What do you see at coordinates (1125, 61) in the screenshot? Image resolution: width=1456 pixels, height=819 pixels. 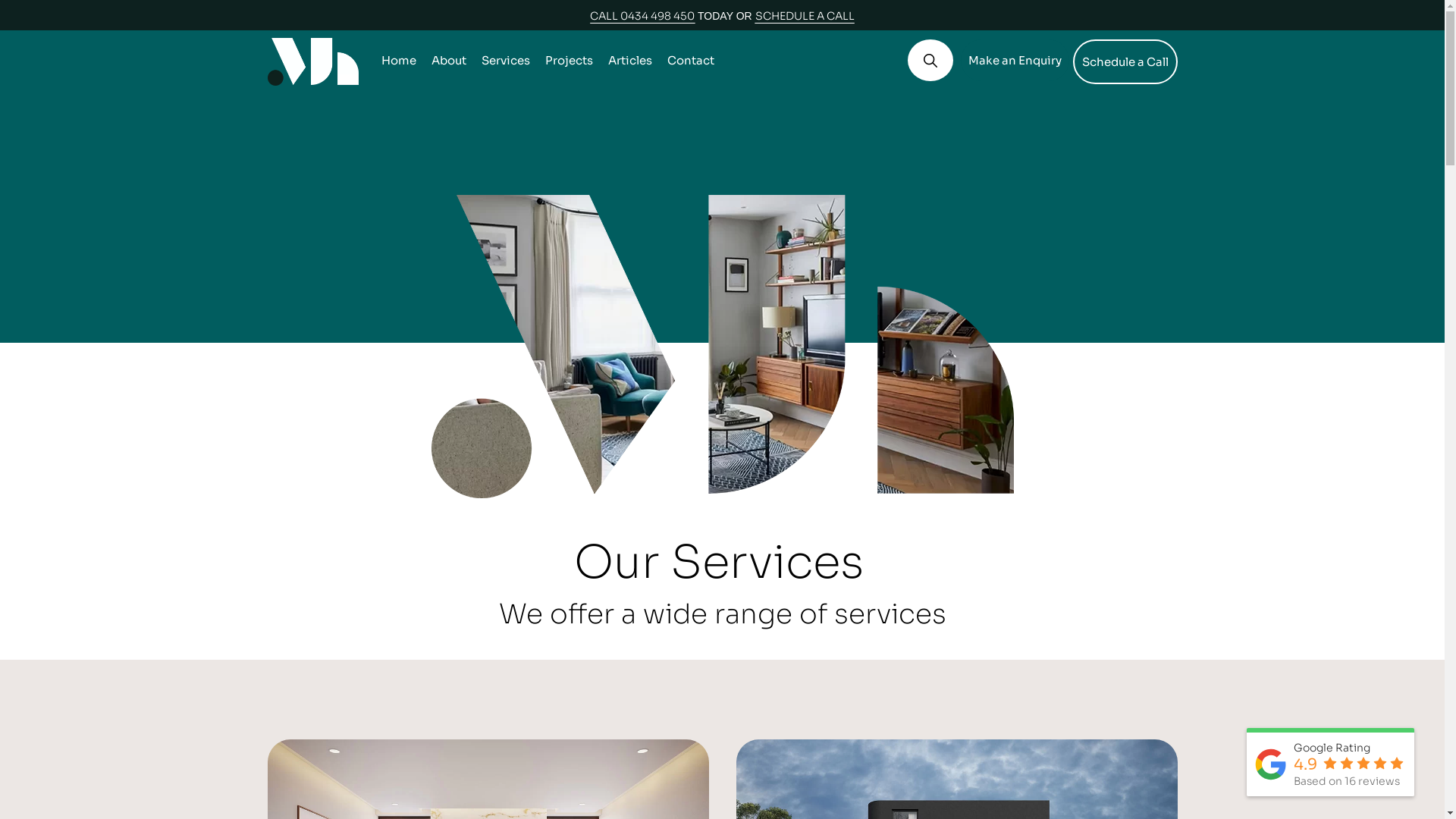 I see `'Schedule a Call'` at bounding box center [1125, 61].